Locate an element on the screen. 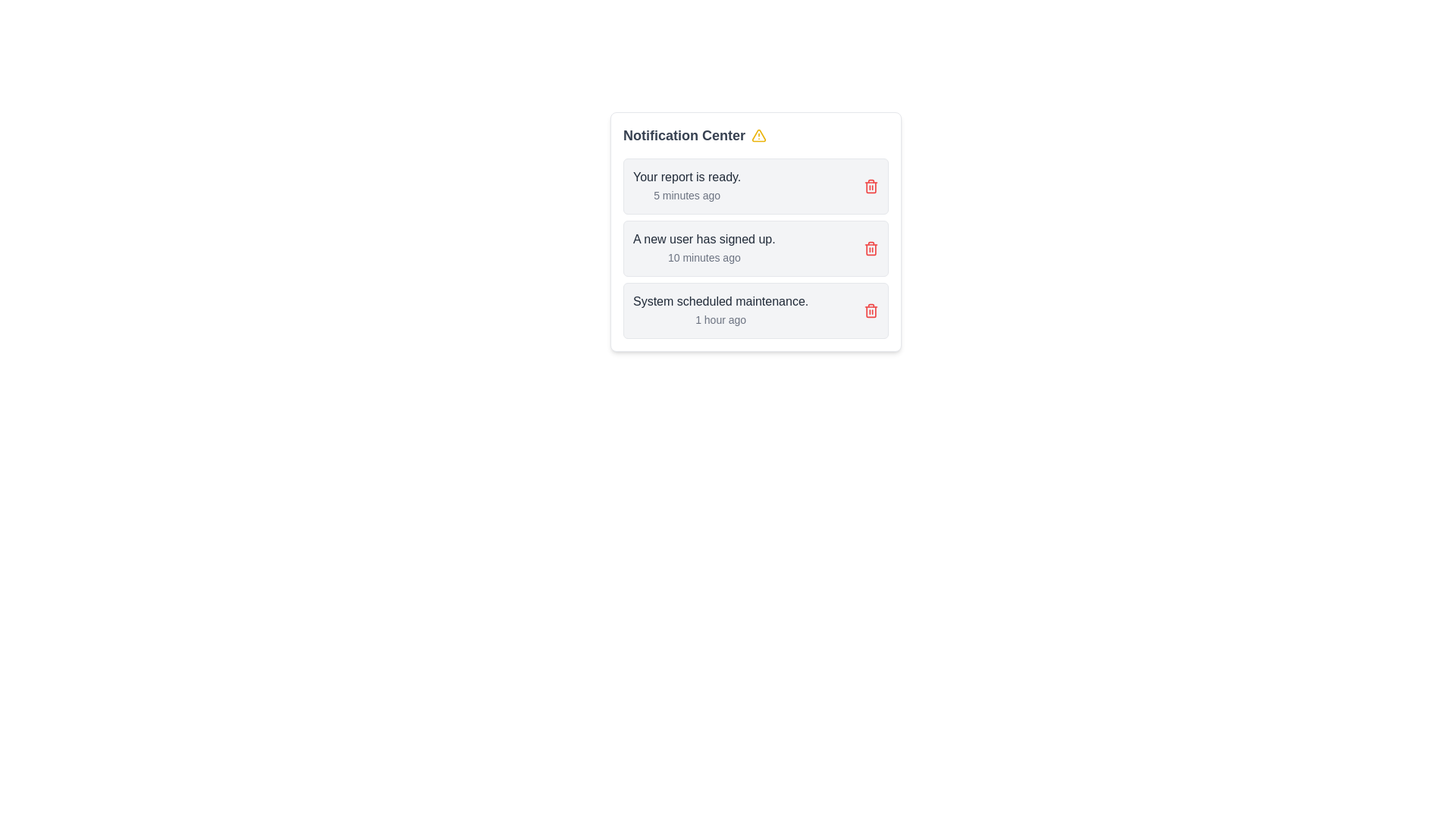 The height and width of the screenshot is (819, 1456). the text block displaying the message 'System scheduled maintenance.' with the timestamp '1 hour ago' in the Notification Center is located at coordinates (720, 309).